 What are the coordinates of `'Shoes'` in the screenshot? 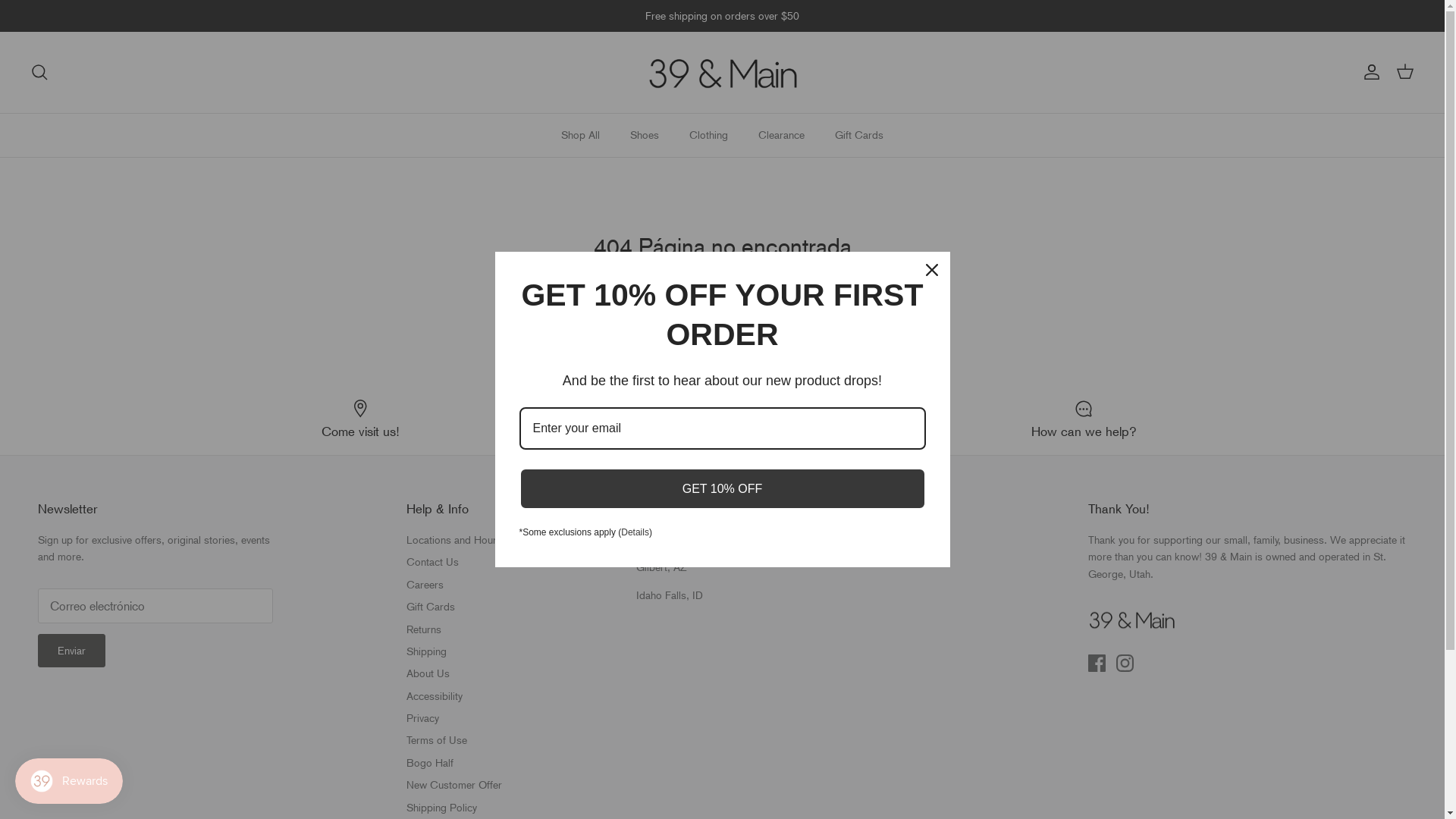 It's located at (644, 134).